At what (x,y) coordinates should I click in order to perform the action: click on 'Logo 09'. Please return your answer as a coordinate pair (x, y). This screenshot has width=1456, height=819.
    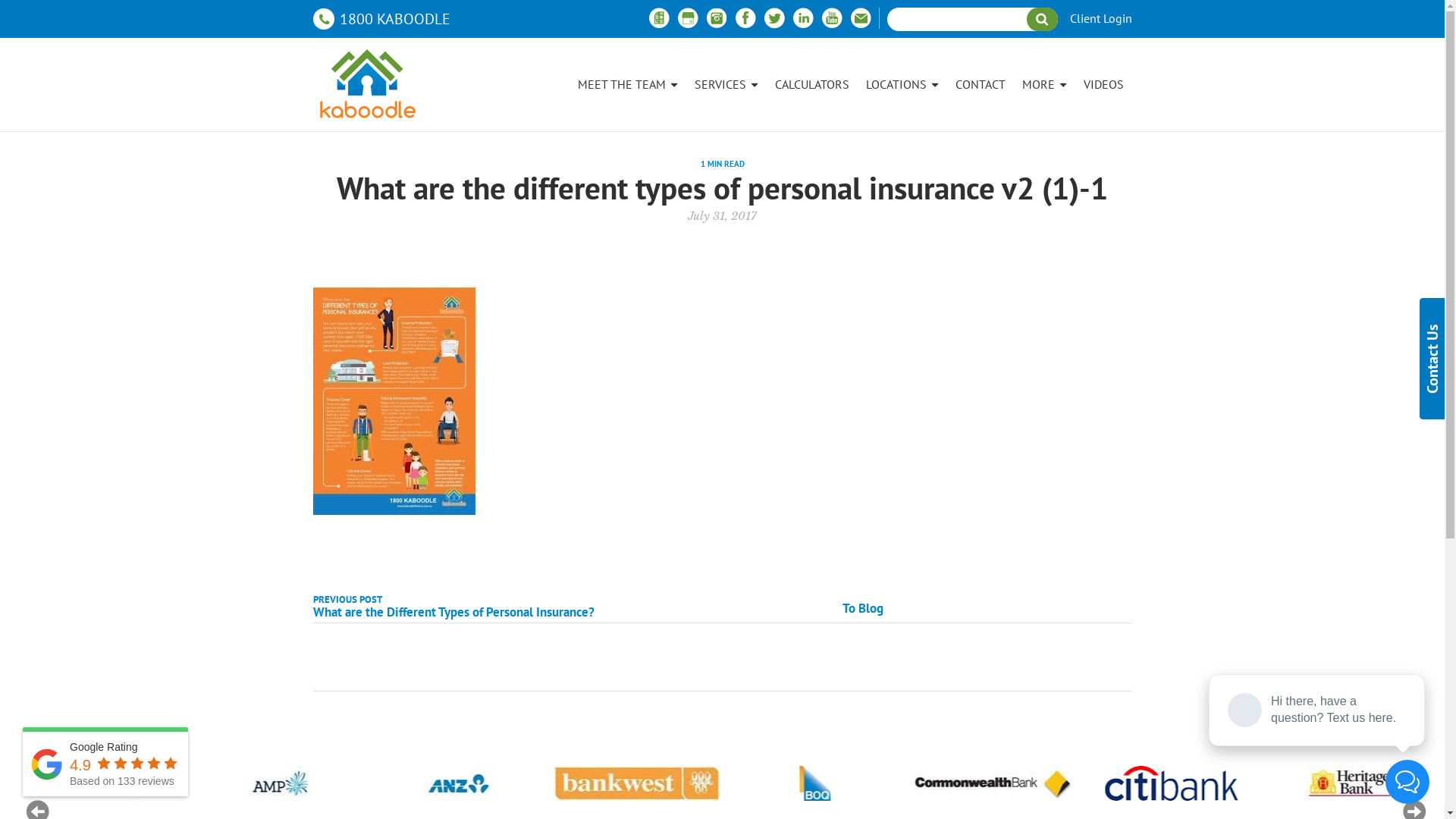
    Looking at the image, I should click on (1319, 783).